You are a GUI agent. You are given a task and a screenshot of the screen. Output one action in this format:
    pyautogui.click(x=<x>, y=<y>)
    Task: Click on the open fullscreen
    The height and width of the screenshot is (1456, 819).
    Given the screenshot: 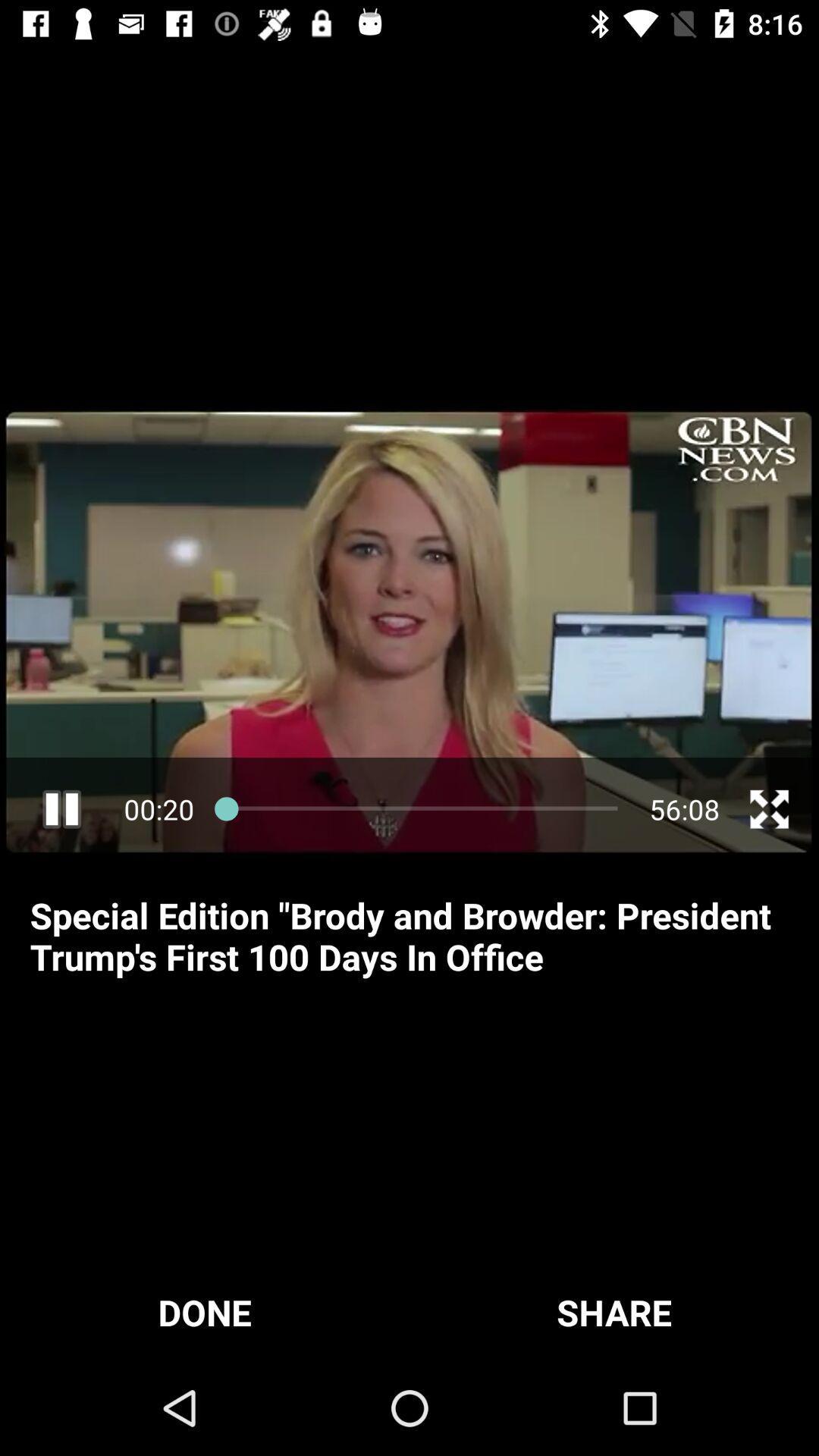 What is the action you would take?
    pyautogui.click(x=769, y=808)
    